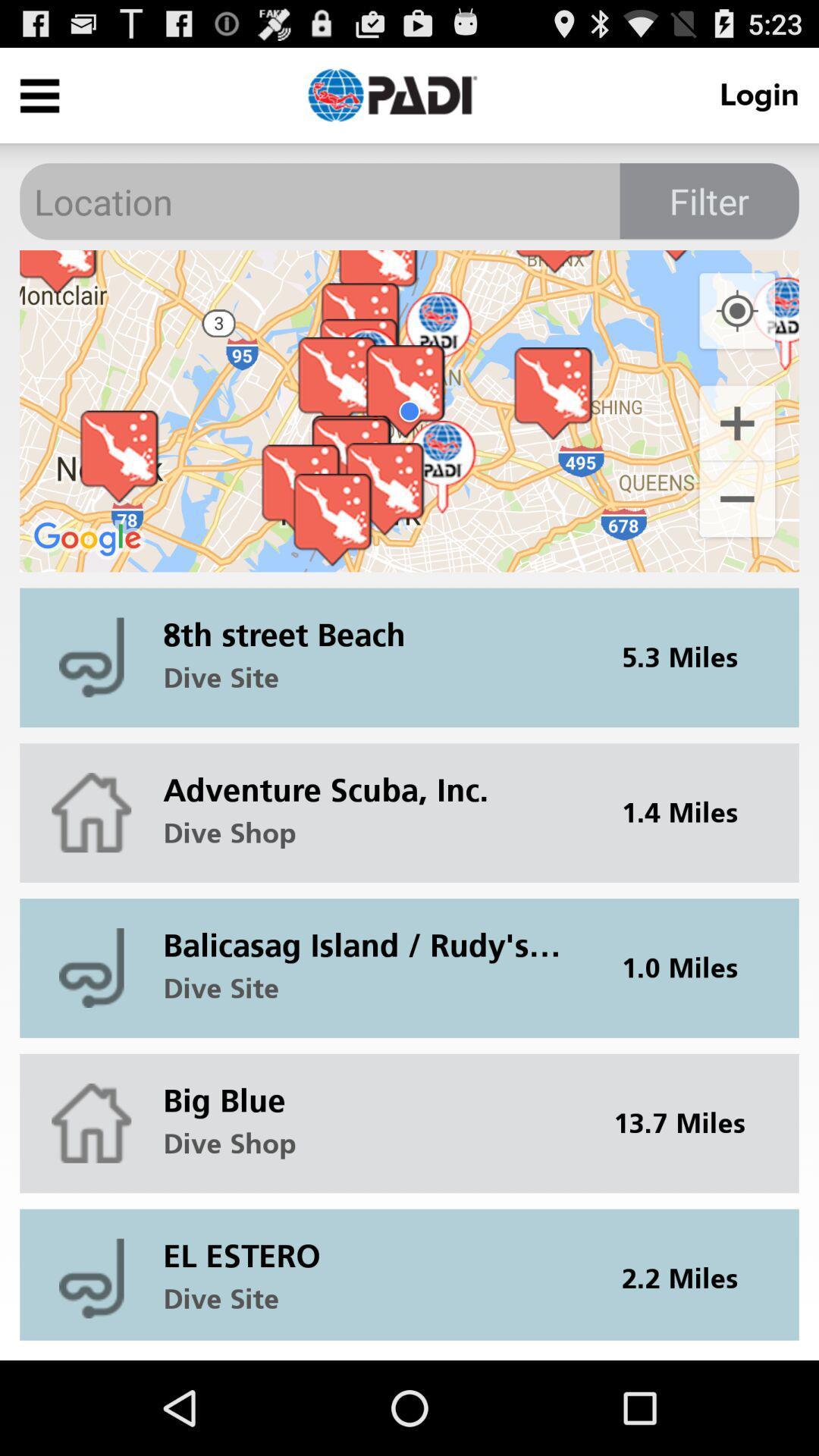 The image size is (819, 1456). Describe the element at coordinates (372, 1244) in the screenshot. I see `the el estero item` at that location.